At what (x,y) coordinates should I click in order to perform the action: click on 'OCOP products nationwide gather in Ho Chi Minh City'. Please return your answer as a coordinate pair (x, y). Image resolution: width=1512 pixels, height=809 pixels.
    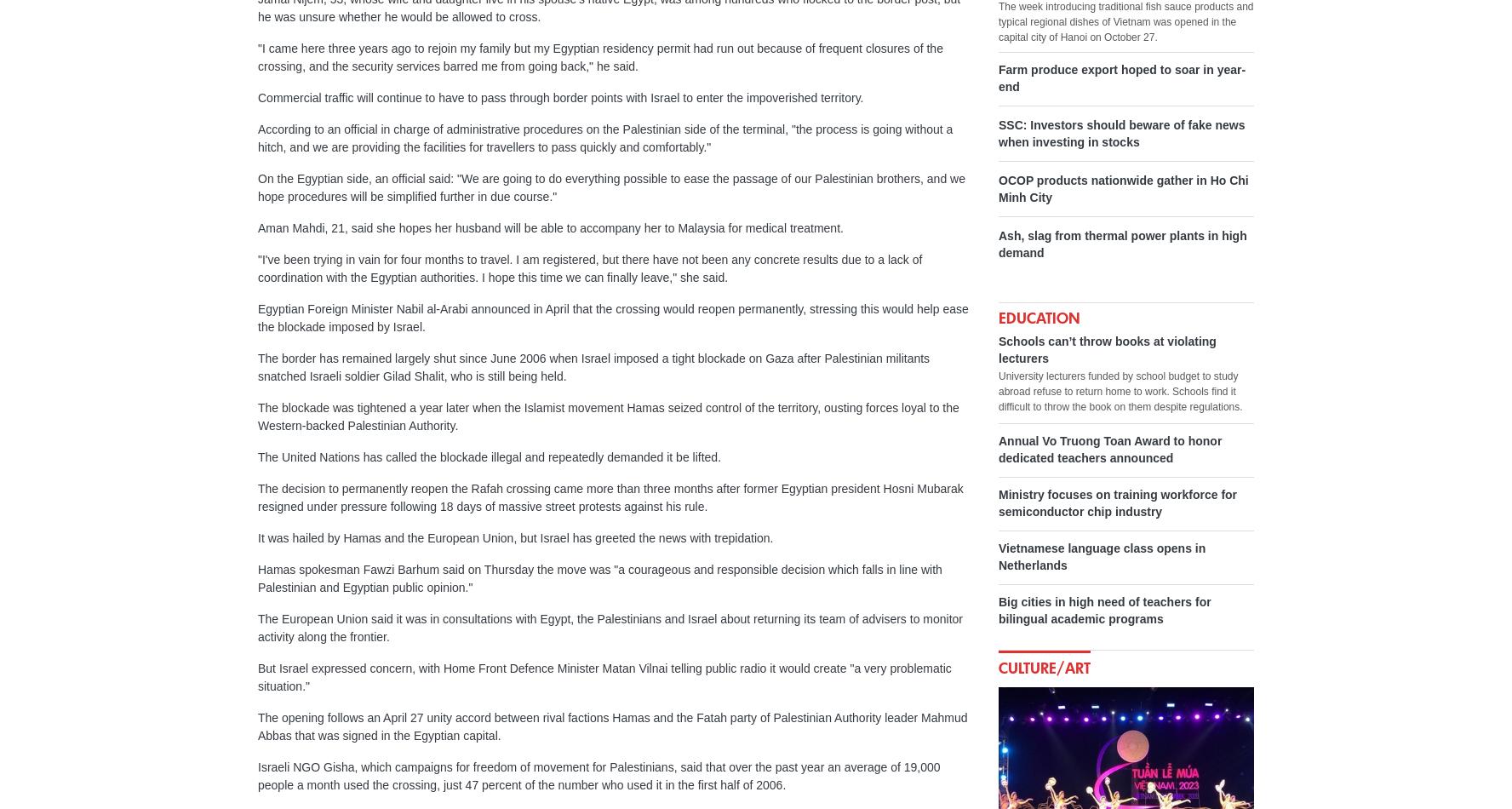
    Looking at the image, I should click on (999, 189).